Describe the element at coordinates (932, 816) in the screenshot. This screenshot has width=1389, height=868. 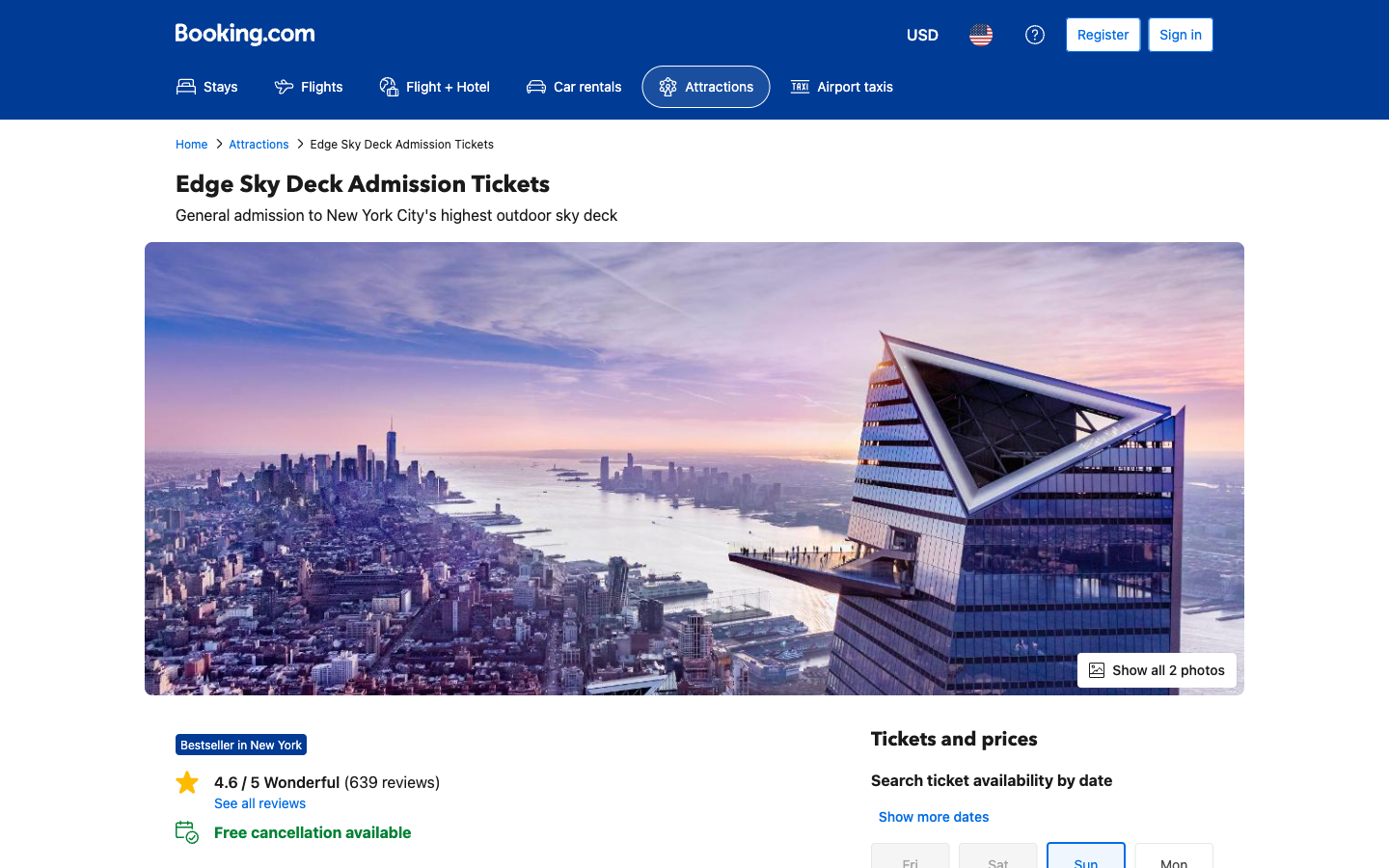
I see `out additional days for ticket availability` at that location.